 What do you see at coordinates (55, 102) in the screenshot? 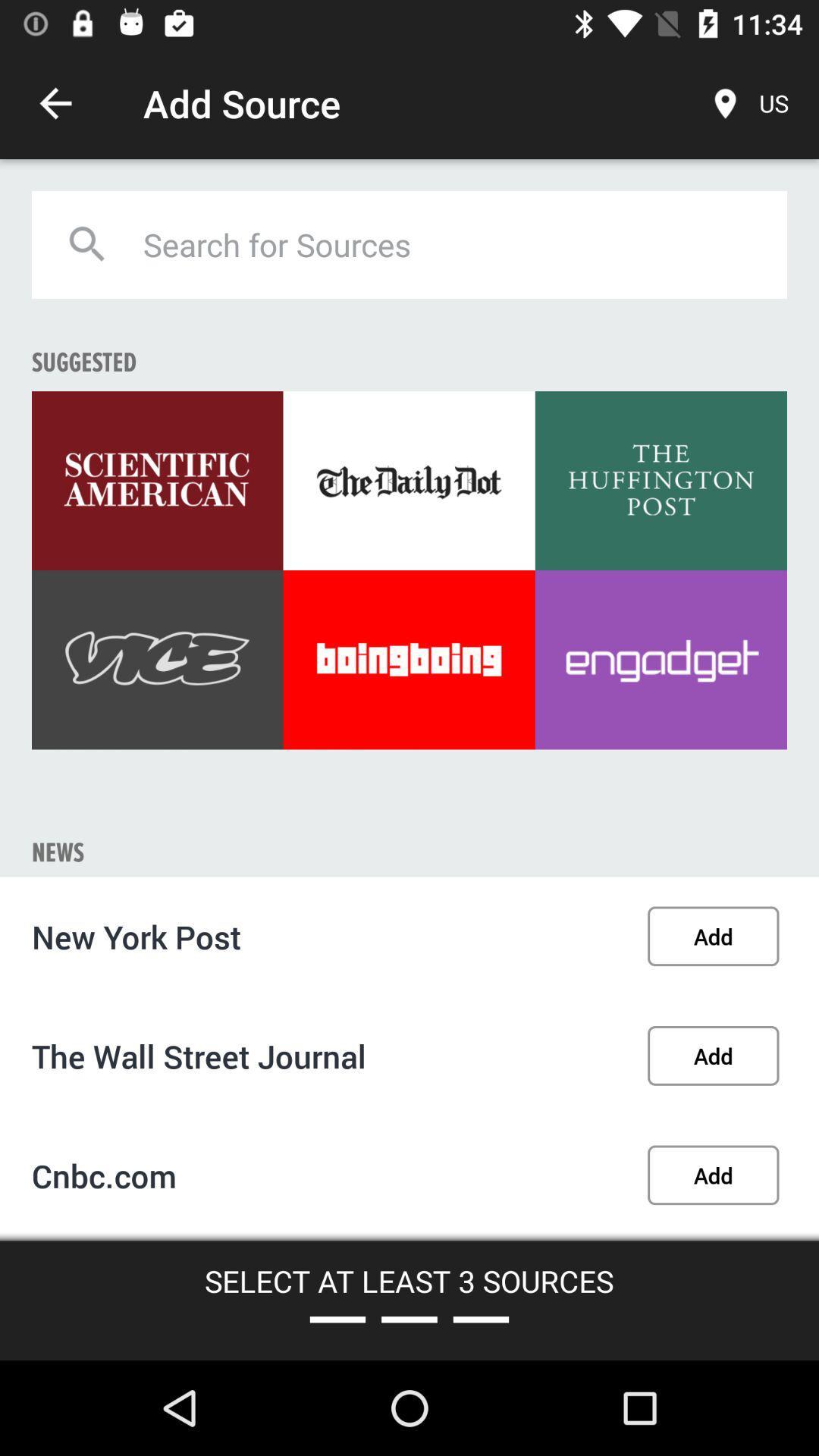
I see `the item to the left of add source icon` at bounding box center [55, 102].